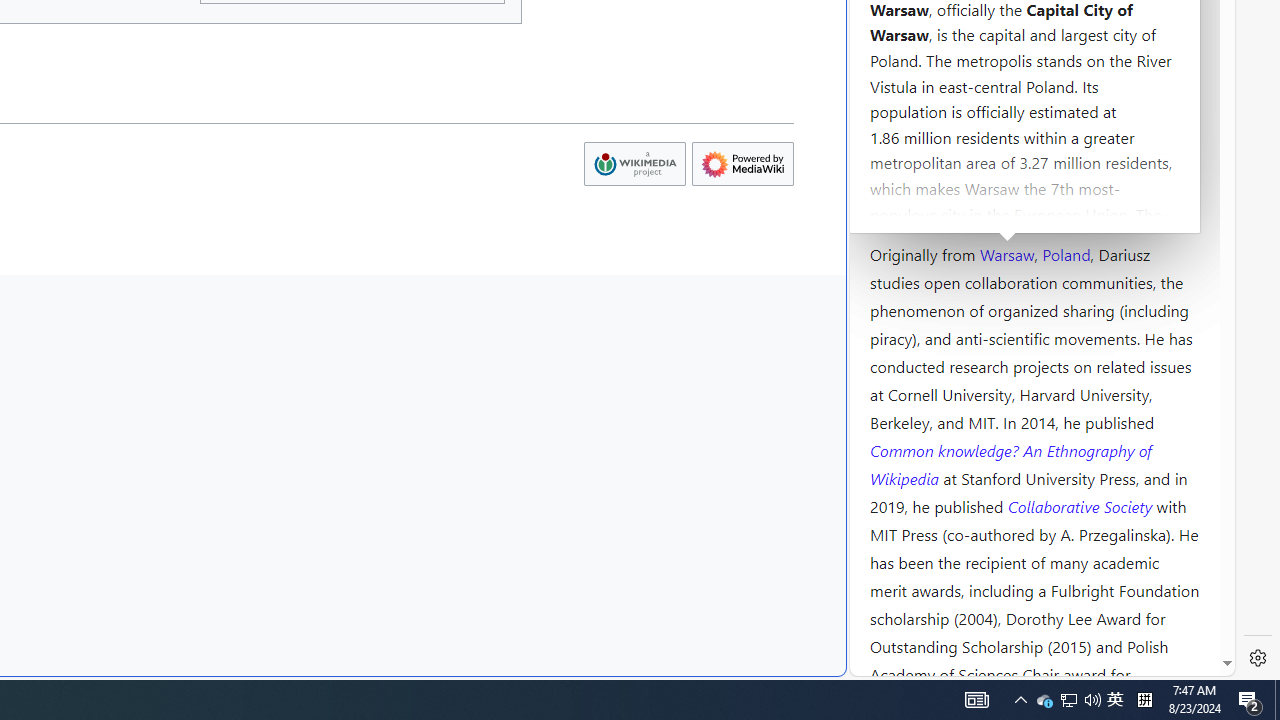 This screenshot has height=720, width=1280. I want to click on 'Collaborative Society ', so click(1081, 504).